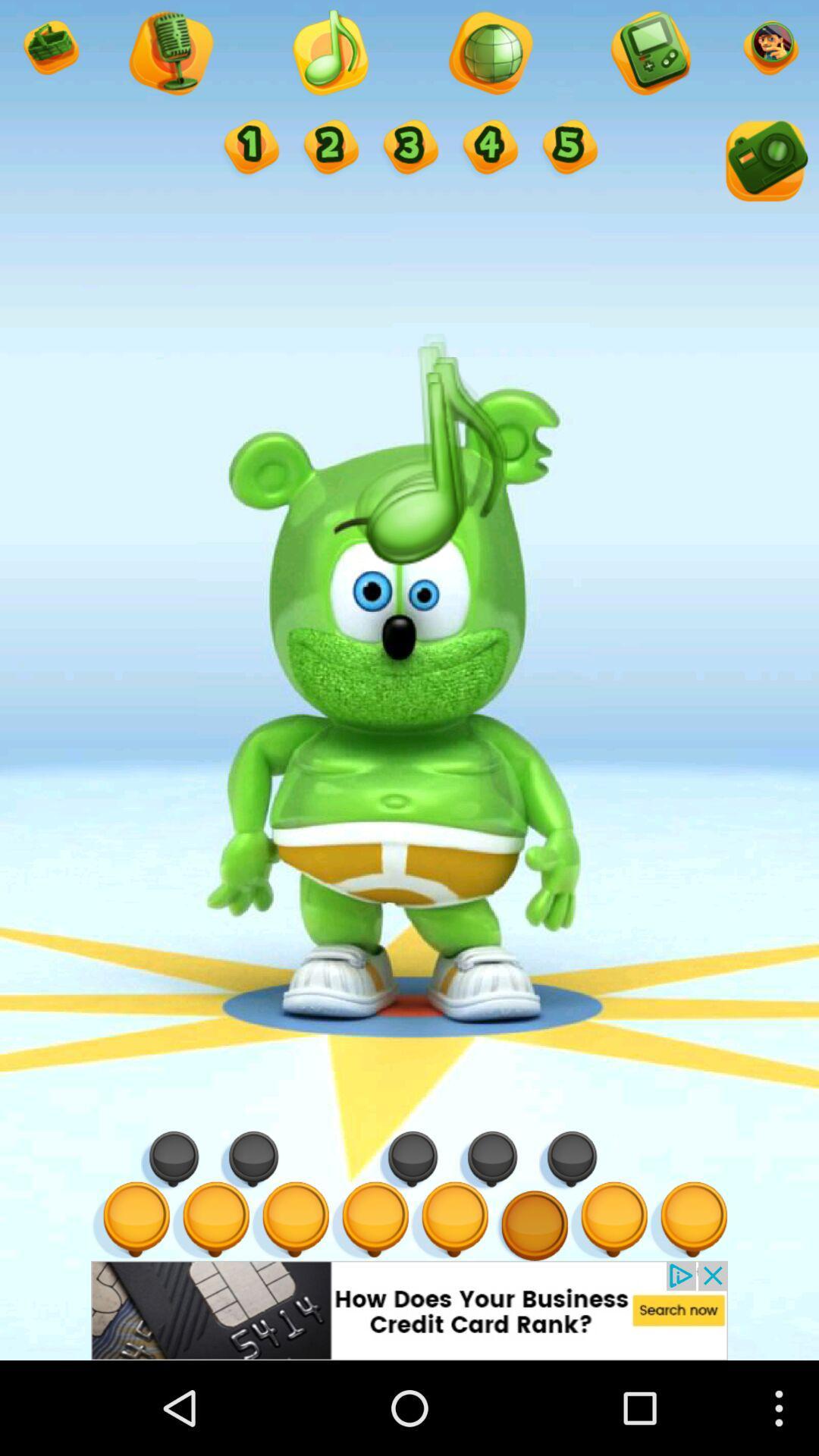  What do you see at coordinates (328, 58) in the screenshot?
I see `the music icon` at bounding box center [328, 58].